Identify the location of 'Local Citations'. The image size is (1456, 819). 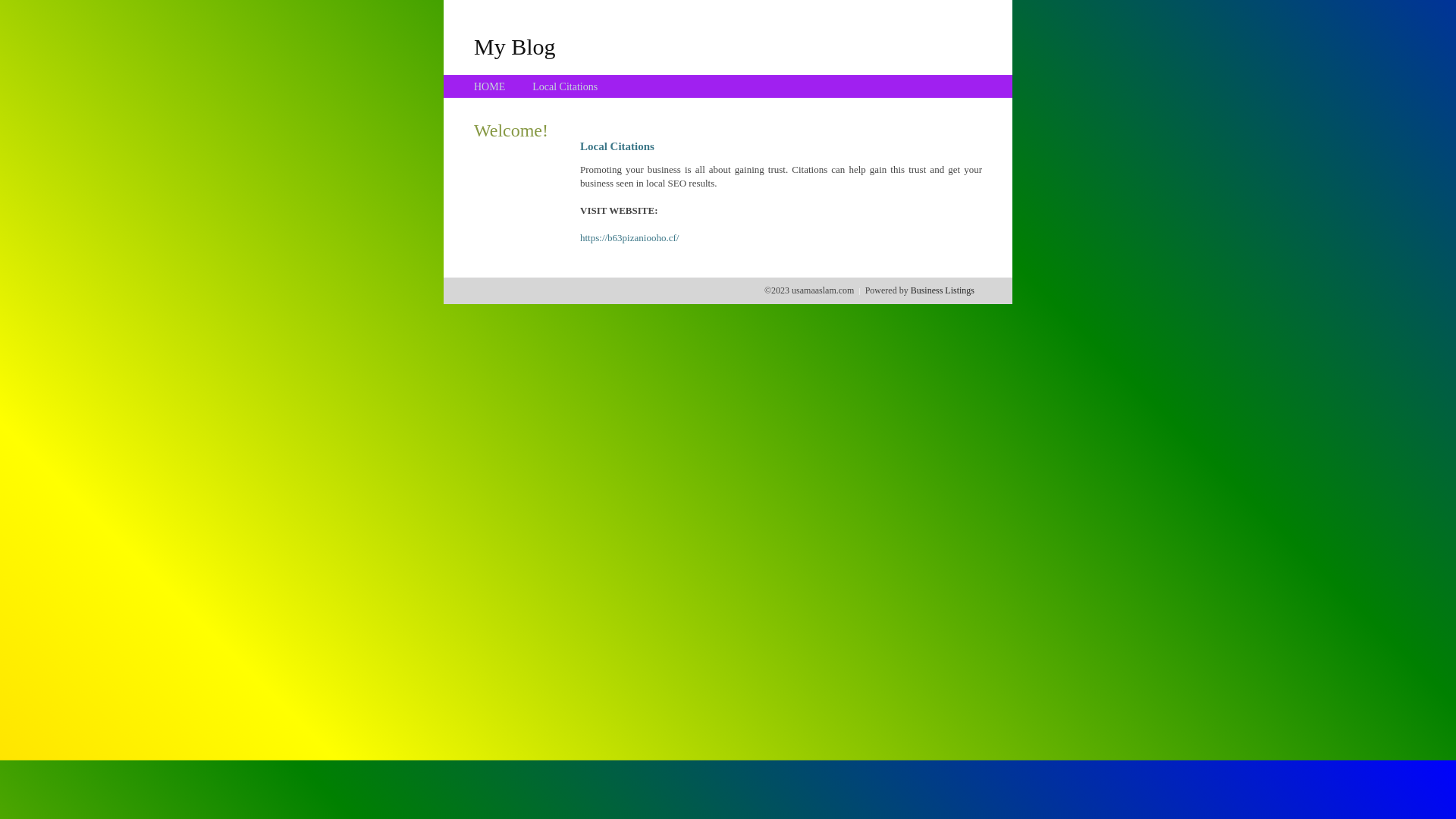
(532, 86).